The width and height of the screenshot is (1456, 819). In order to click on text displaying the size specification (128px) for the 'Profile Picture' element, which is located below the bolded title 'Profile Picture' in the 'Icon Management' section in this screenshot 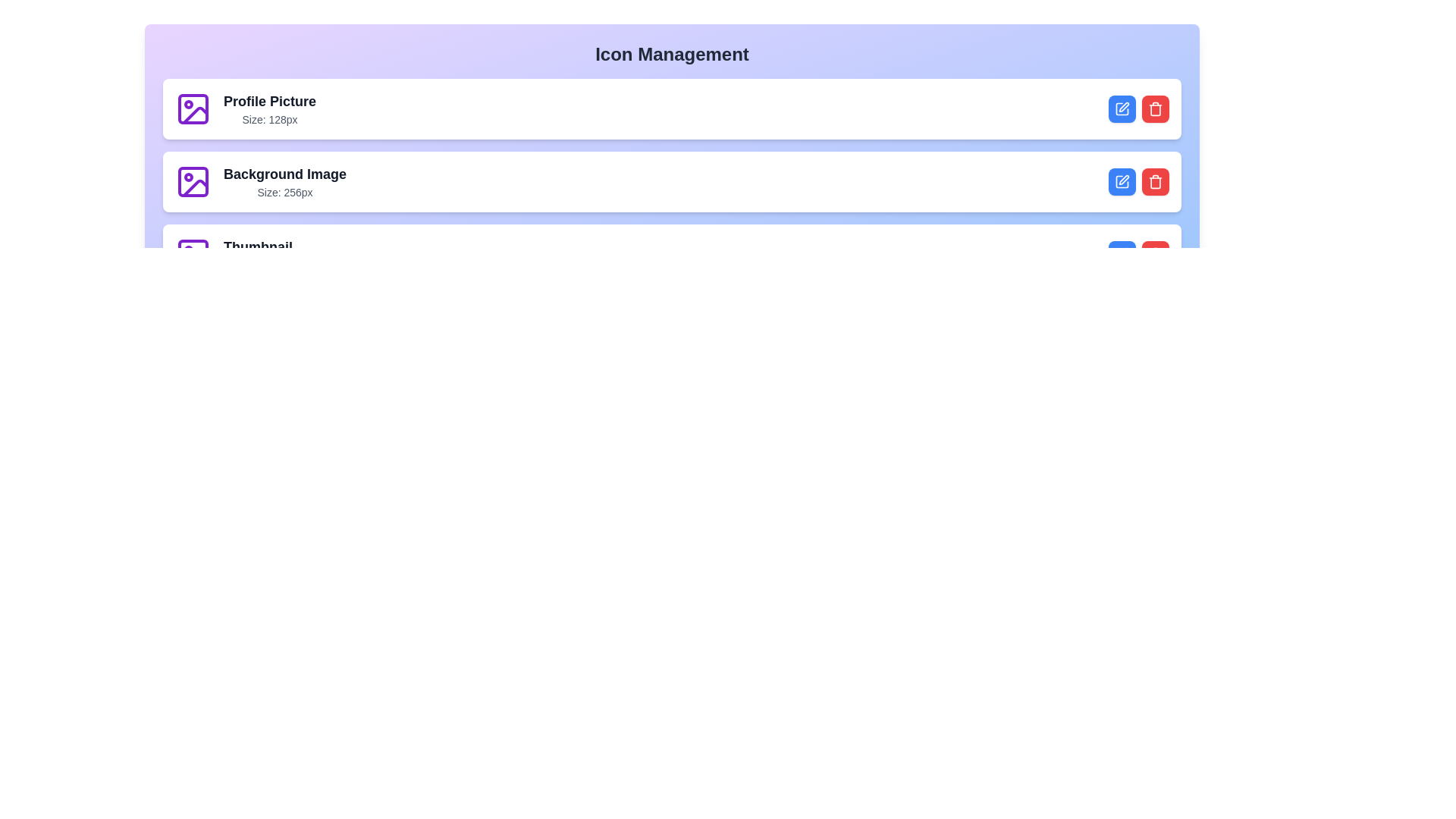, I will do `click(269, 119)`.